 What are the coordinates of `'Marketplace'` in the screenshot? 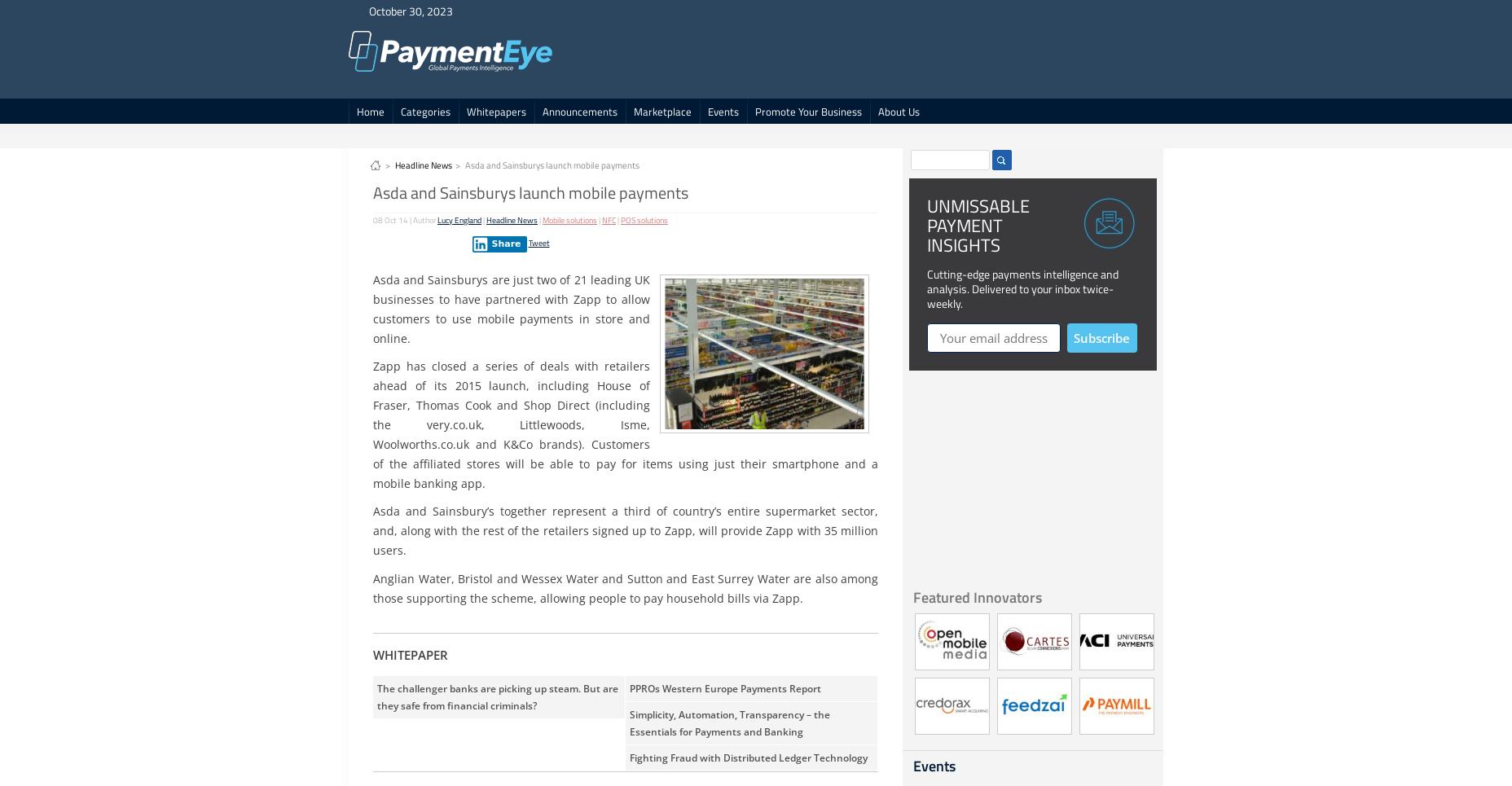 It's located at (662, 112).